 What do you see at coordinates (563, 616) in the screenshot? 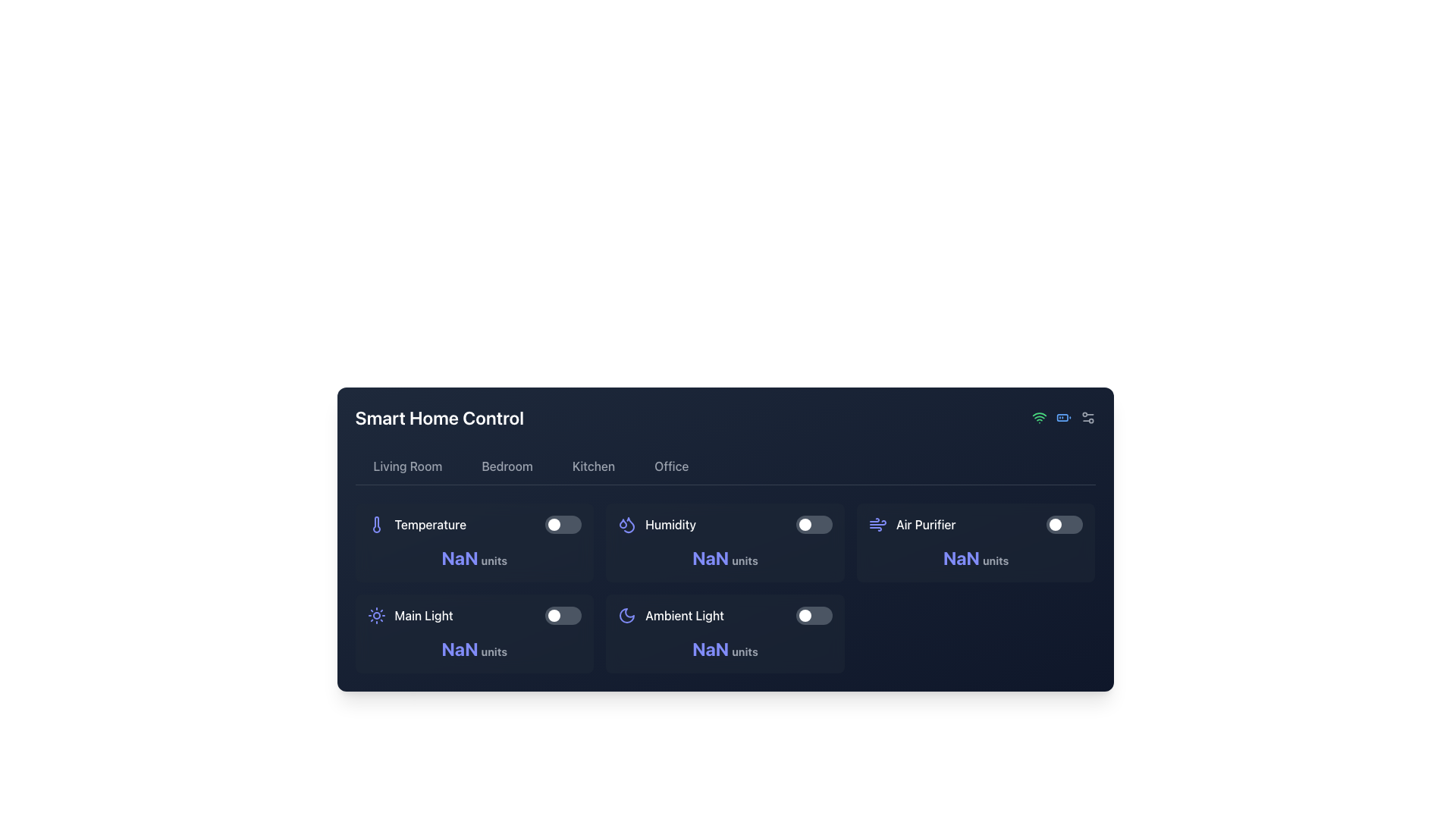
I see `the toggle switch for the 'Main Light' located in the bottom-left section of its card` at bounding box center [563, 616].